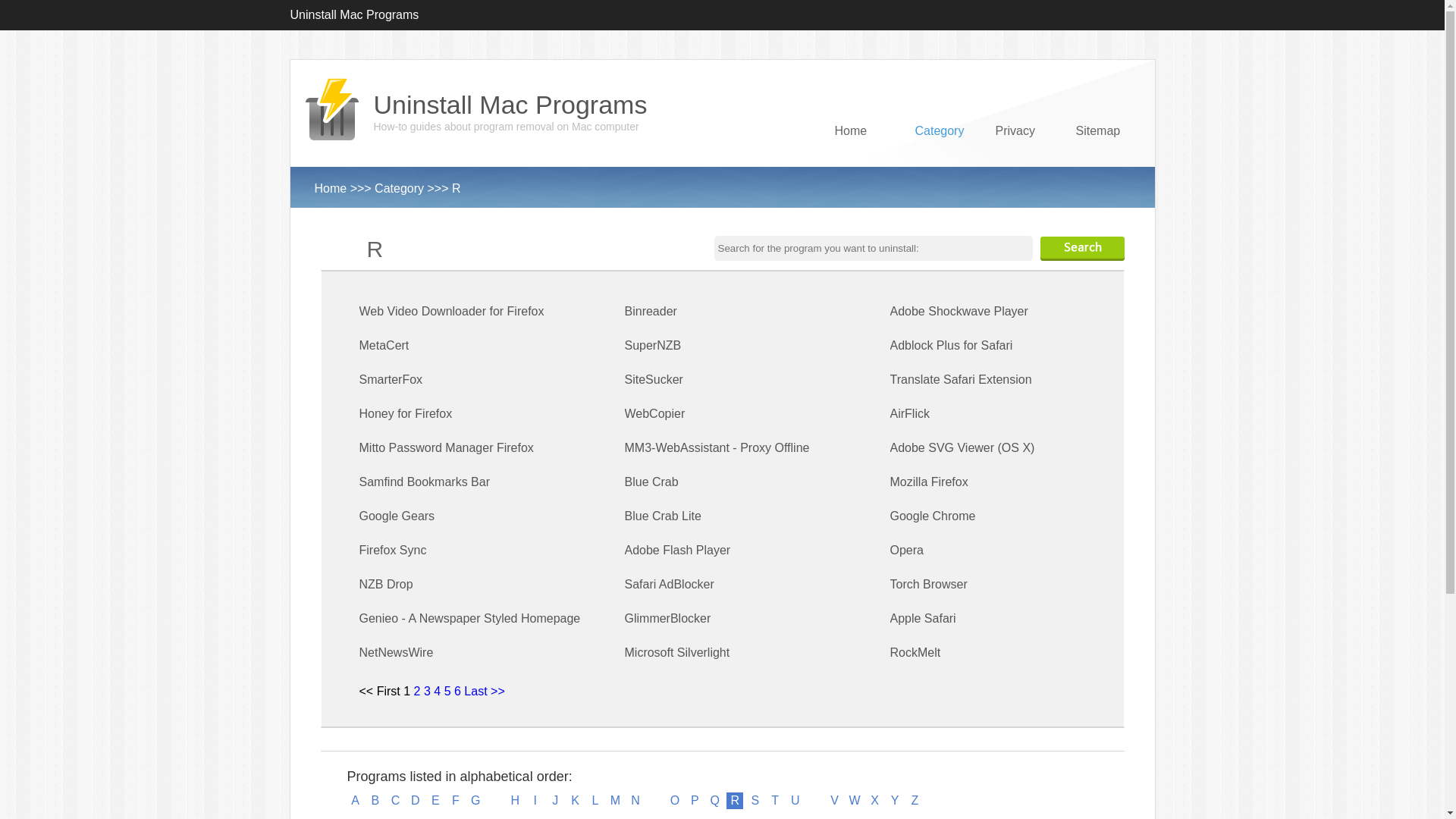 The image size is (1456, 819). Describe the element at coordinates (890, 378) in the screenshot. I see `'Translate Safari Extension'` at that location.